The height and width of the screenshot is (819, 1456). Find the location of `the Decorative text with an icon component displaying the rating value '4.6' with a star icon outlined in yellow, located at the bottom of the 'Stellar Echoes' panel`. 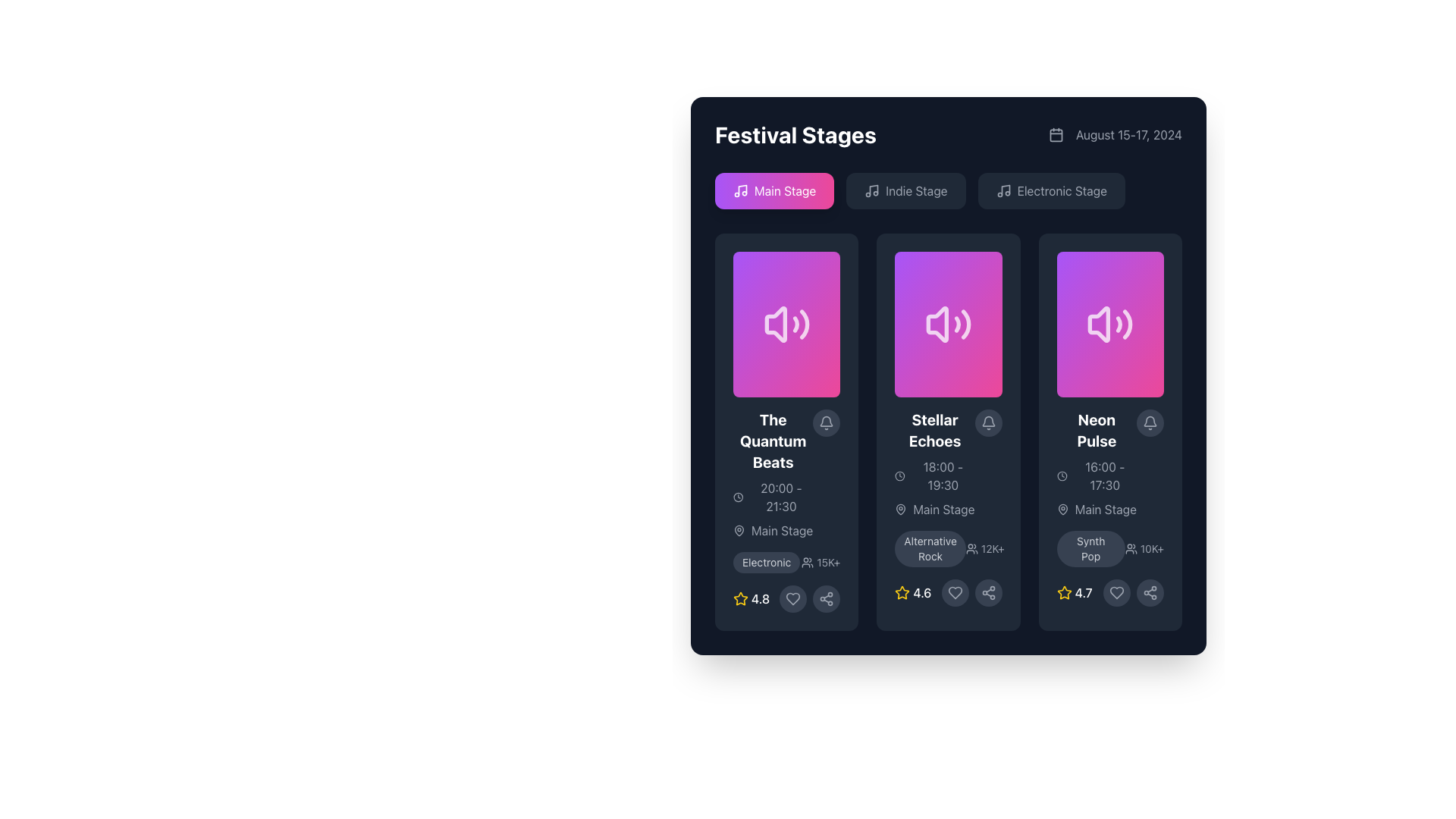

the Decorative text with an icon component displaying the rating value '4.6' with a star icon outlined in yellow, located at the bottom of the 'Stellar Echoes' panel is located at coordinates (912, 592).